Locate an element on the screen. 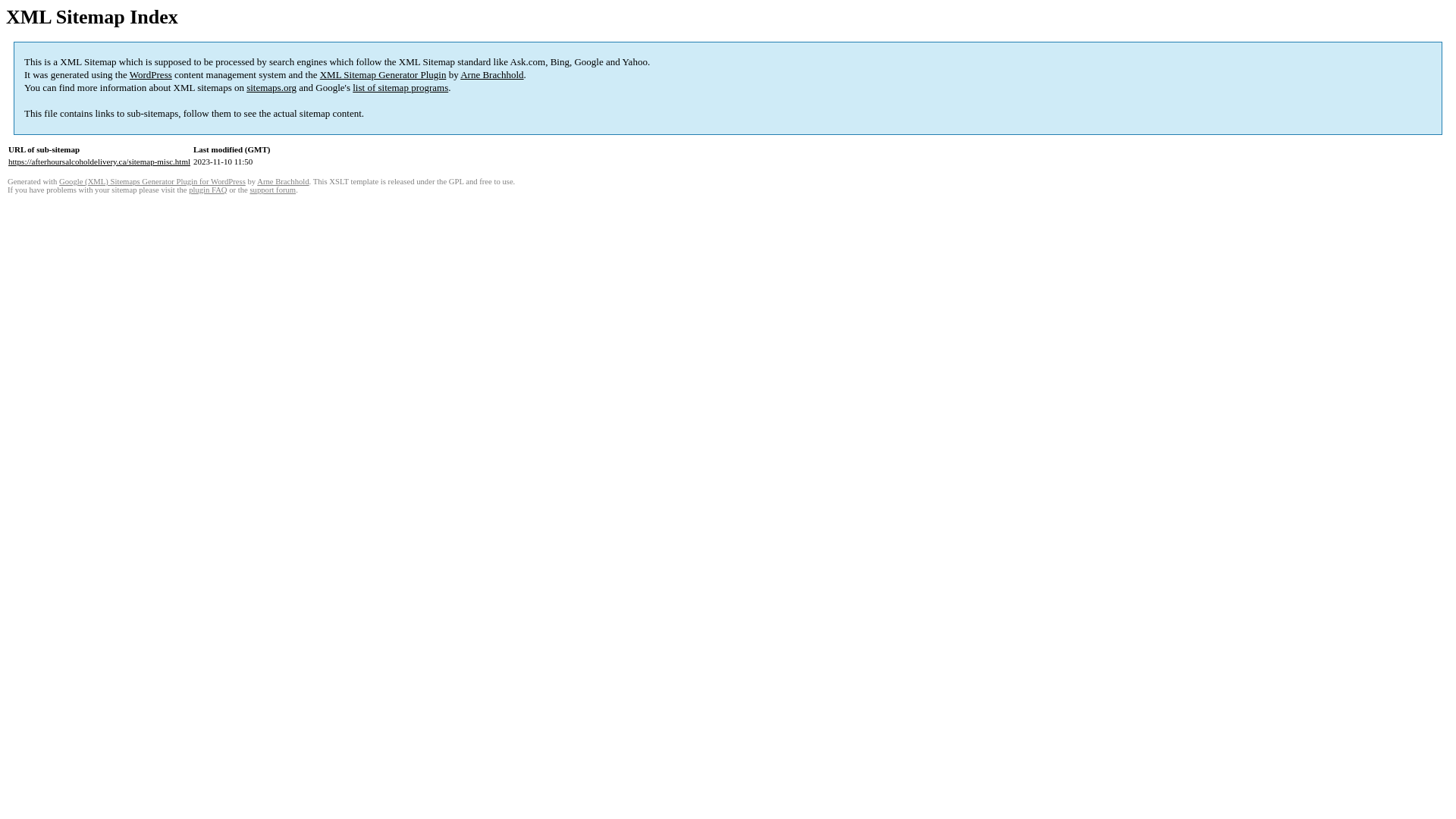 The width and height of the screenshot is (1456, 819). 'list of sitemap programs' is located at coordinates (400, 87).